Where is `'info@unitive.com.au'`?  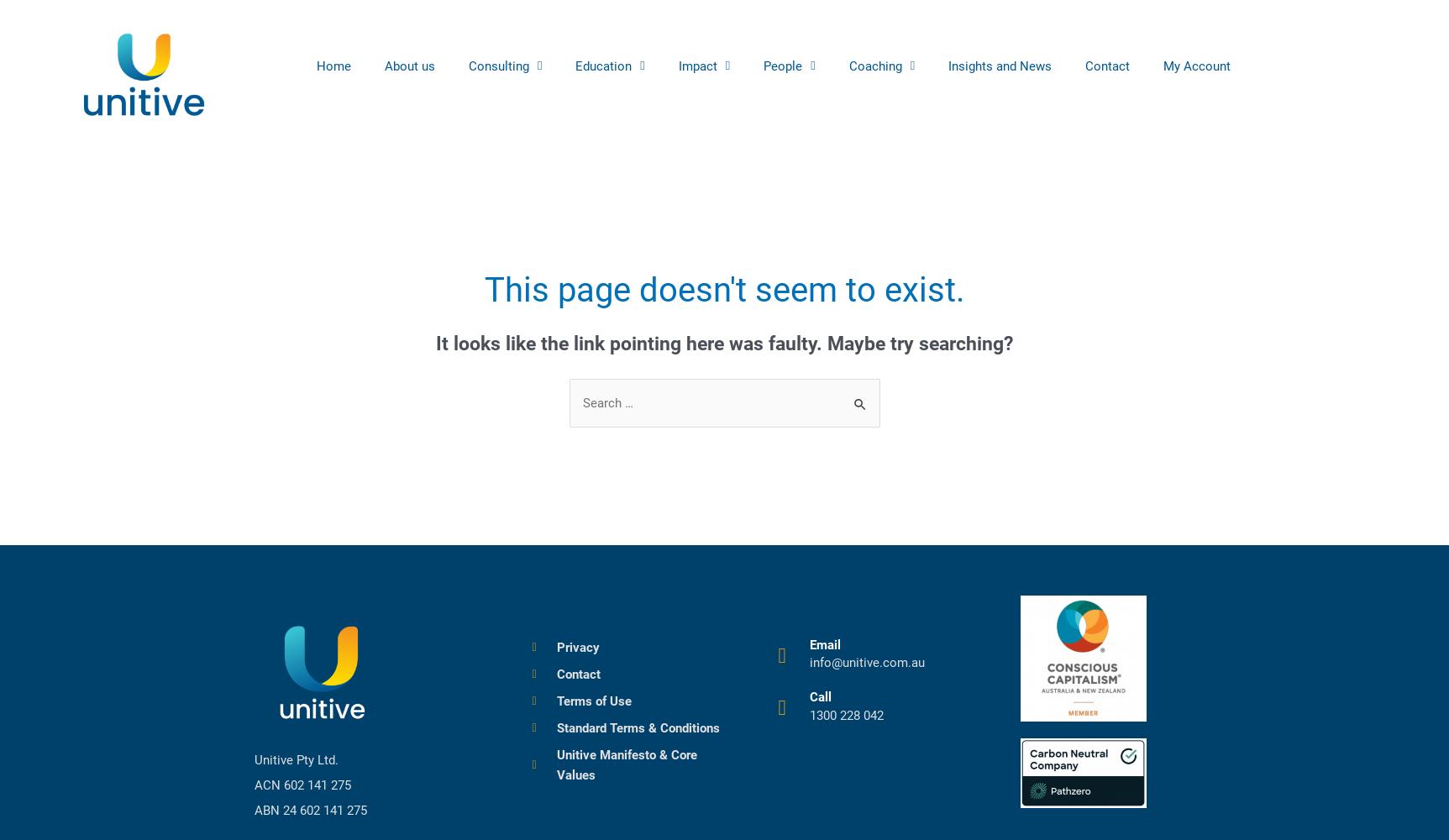
'info@unitive.com.au' is located at coordinates (809, 663).